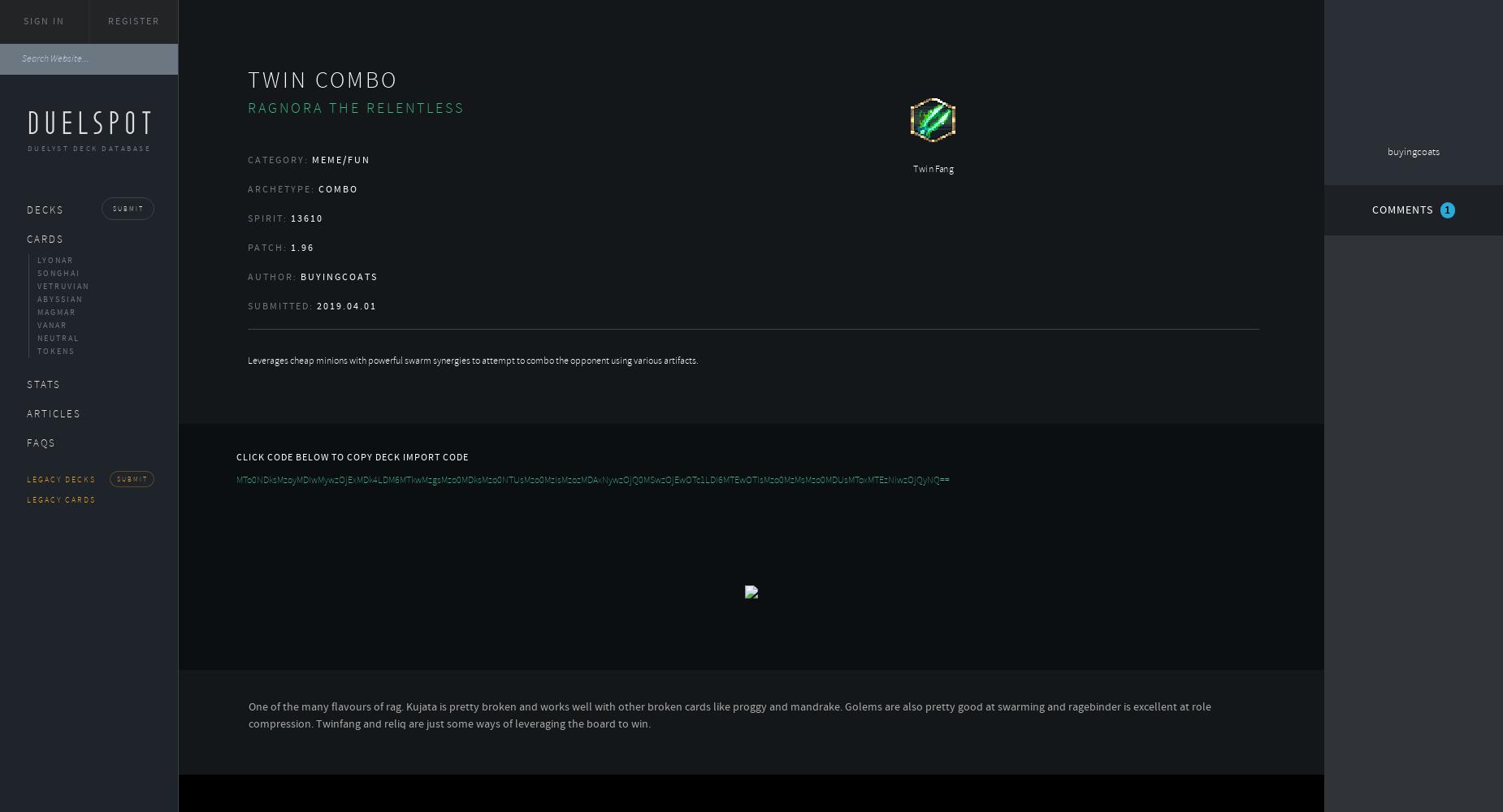  What do you see at coordinates (245, 79) in the screenshot?
I see `'Twin Combo'` at bounding box center [245, 79].